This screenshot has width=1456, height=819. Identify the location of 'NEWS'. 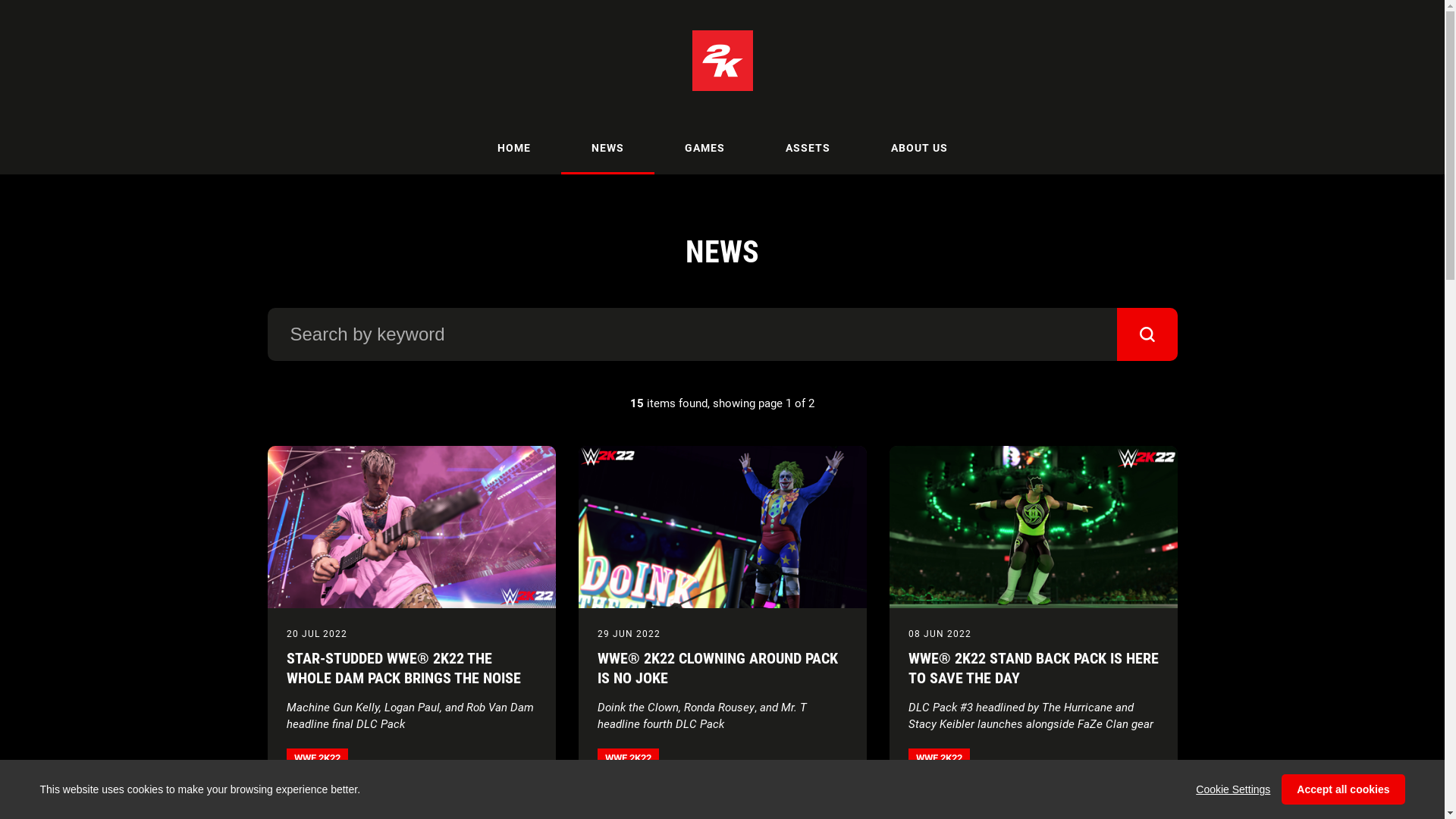
(607, 148).